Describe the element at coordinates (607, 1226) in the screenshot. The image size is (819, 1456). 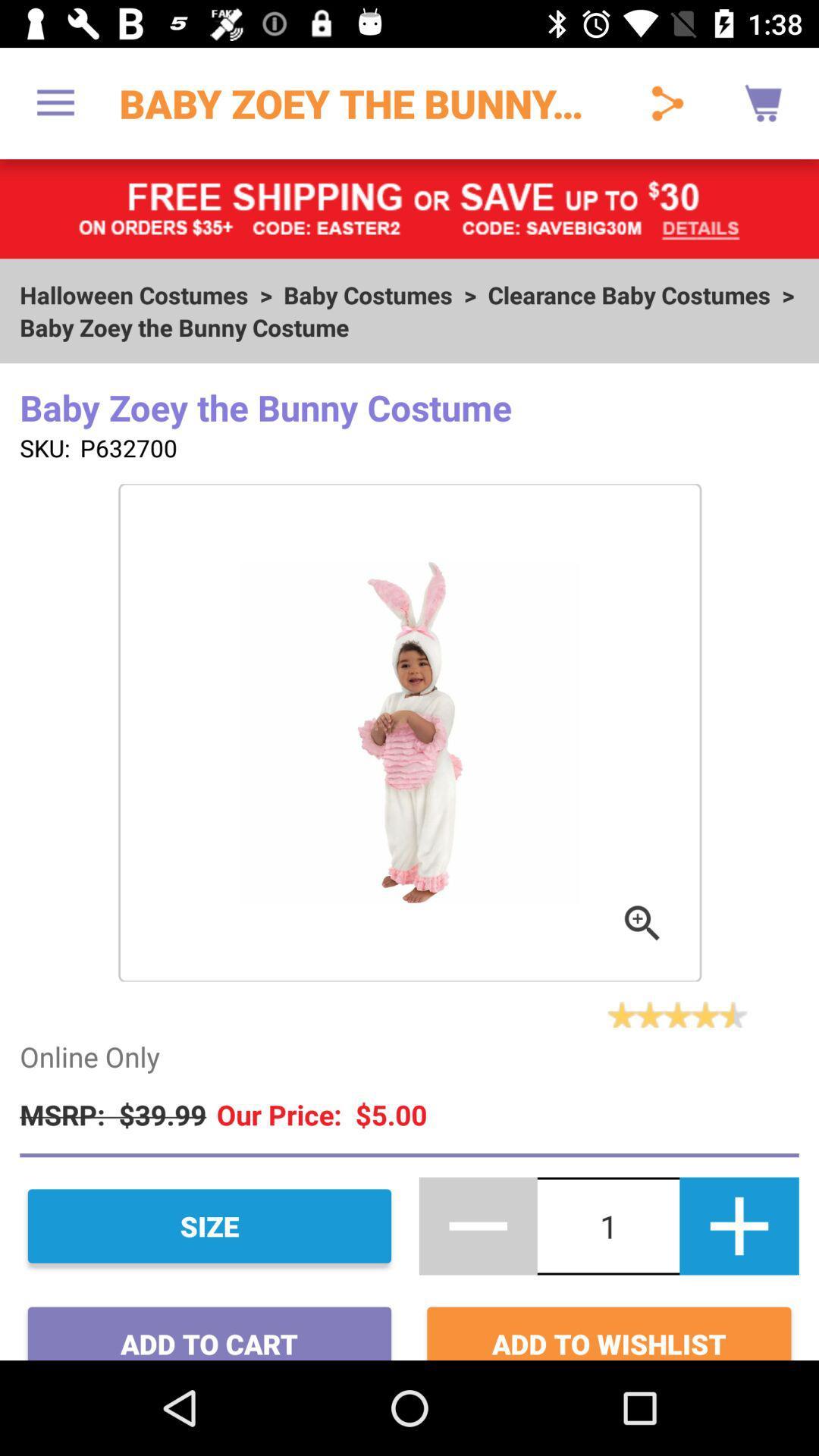
I see `the text between  and` at that location.